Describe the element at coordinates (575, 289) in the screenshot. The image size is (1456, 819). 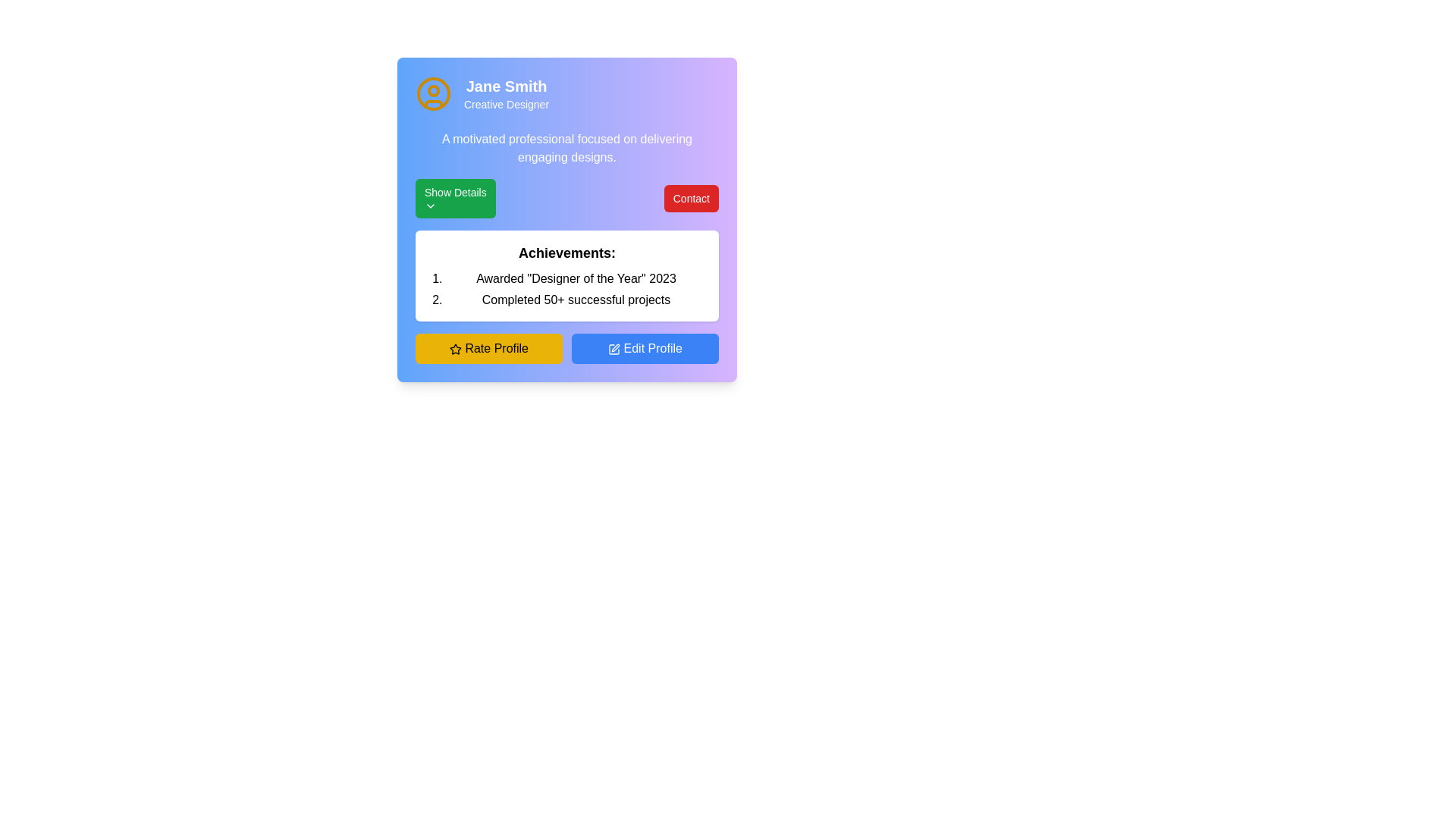
I see `the text list containing 'Awarded "Designer of the Year" 2023' and 'Completed 50+ successful projects' to copy its content` at that location.